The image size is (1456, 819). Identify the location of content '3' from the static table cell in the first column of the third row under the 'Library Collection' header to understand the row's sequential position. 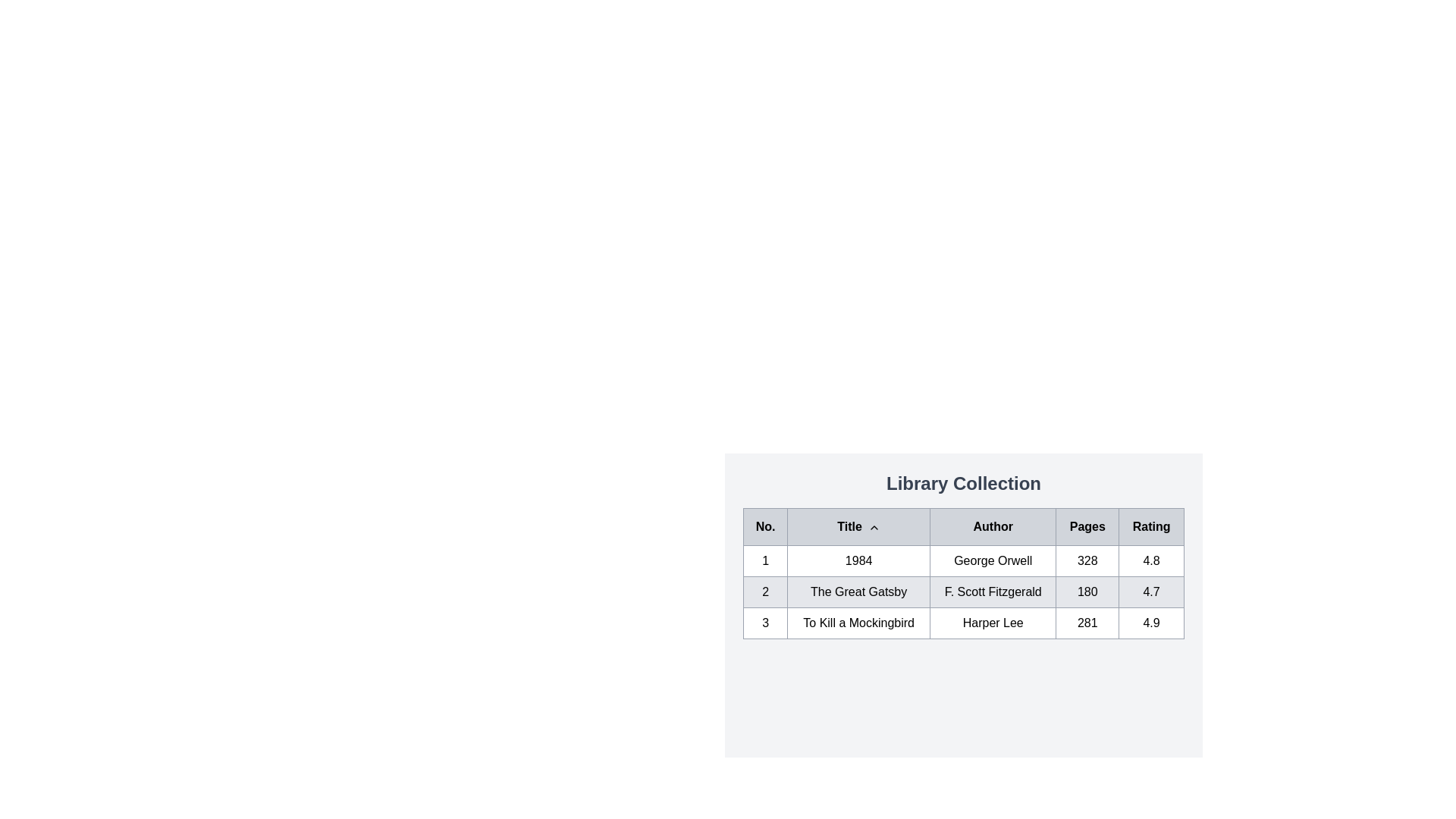
(765, 623).